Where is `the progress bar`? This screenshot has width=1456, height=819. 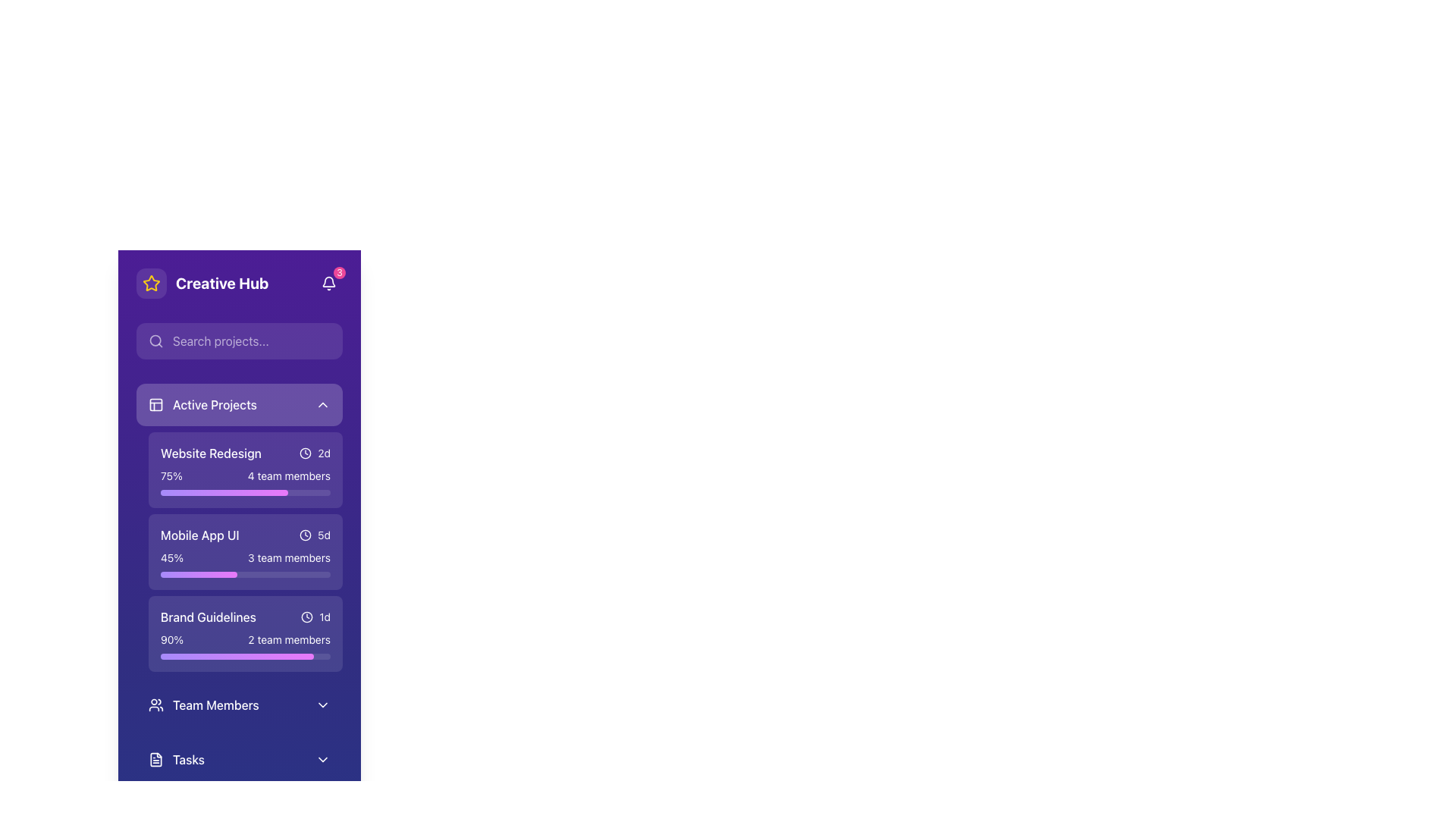 the progress bar is located at coordinates (233, 656).